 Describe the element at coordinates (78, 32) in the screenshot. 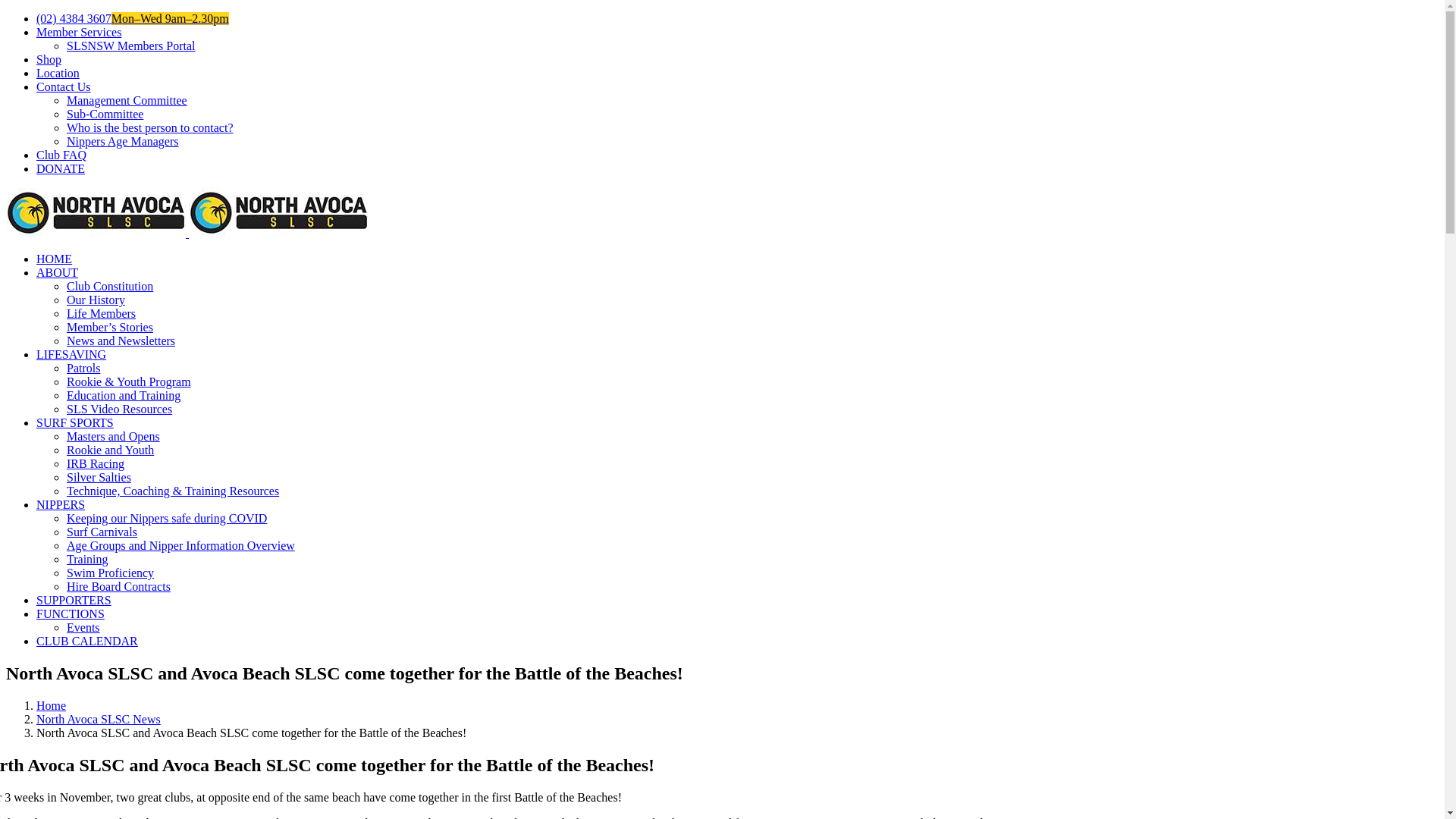

I see `'Member Services'` at that location.